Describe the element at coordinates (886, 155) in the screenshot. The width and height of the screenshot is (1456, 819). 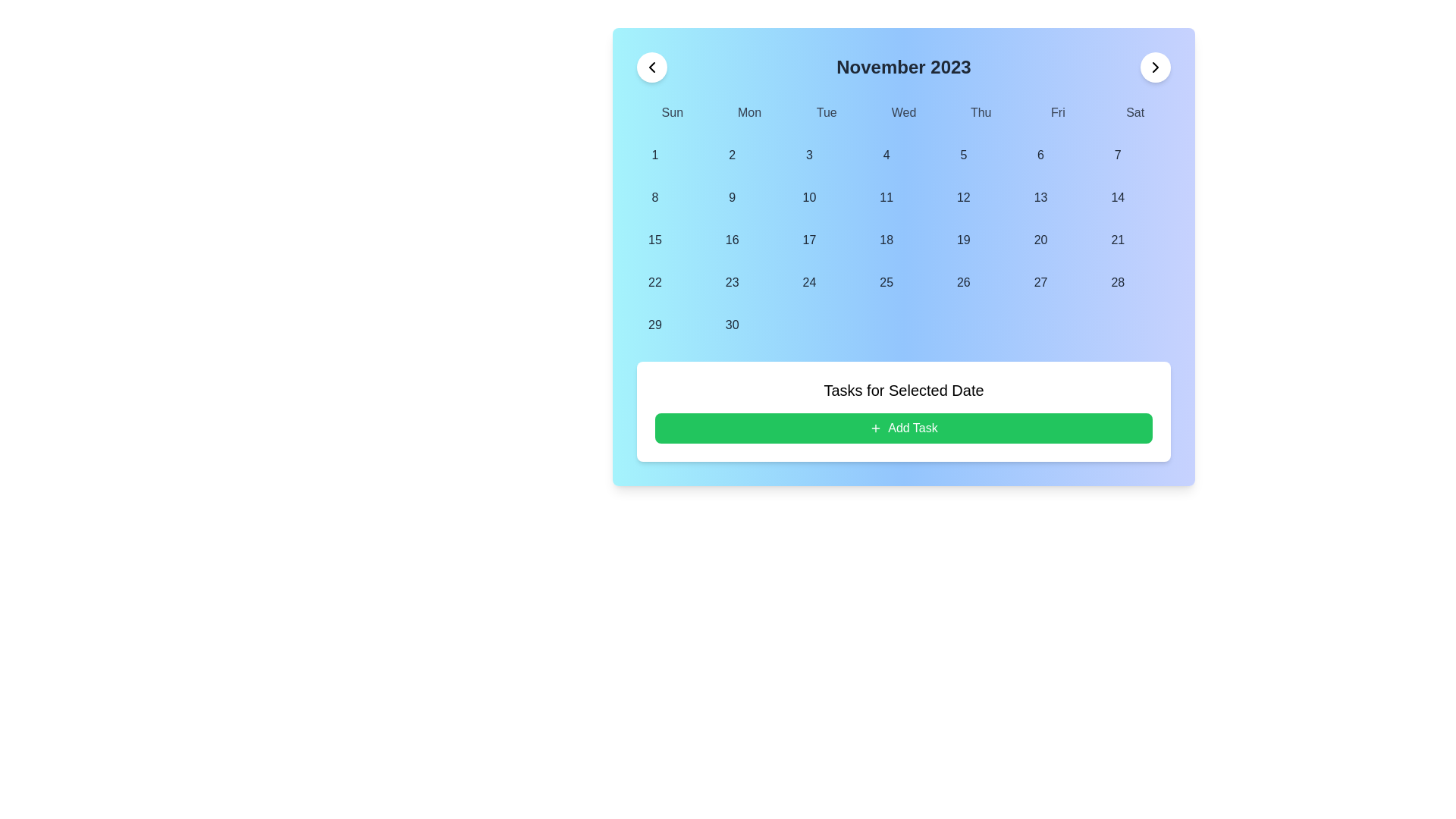
I see `the button representing the date '4' in the November 2023 calendar` at that location.